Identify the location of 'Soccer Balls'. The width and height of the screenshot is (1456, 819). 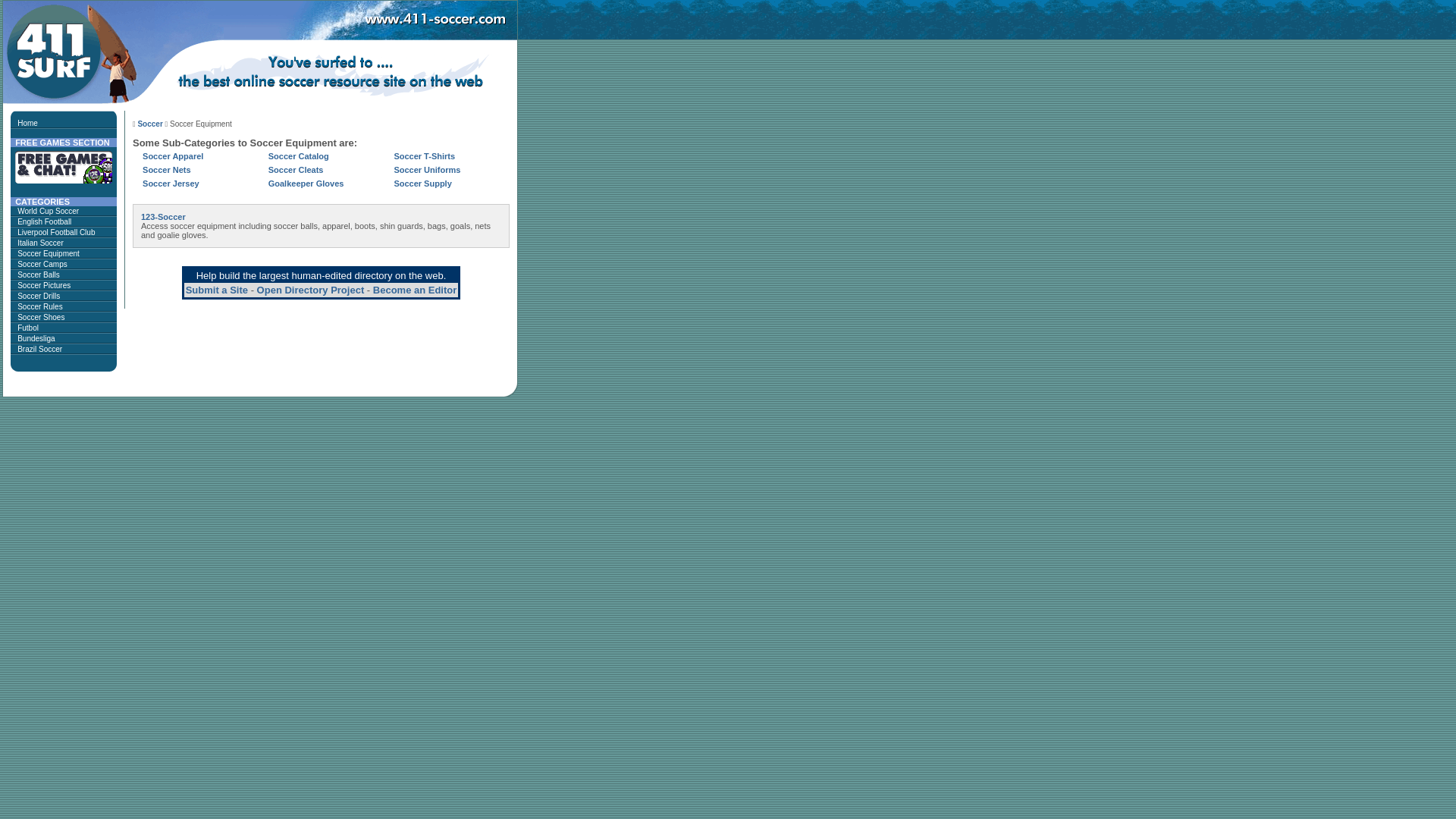
(39, 275).